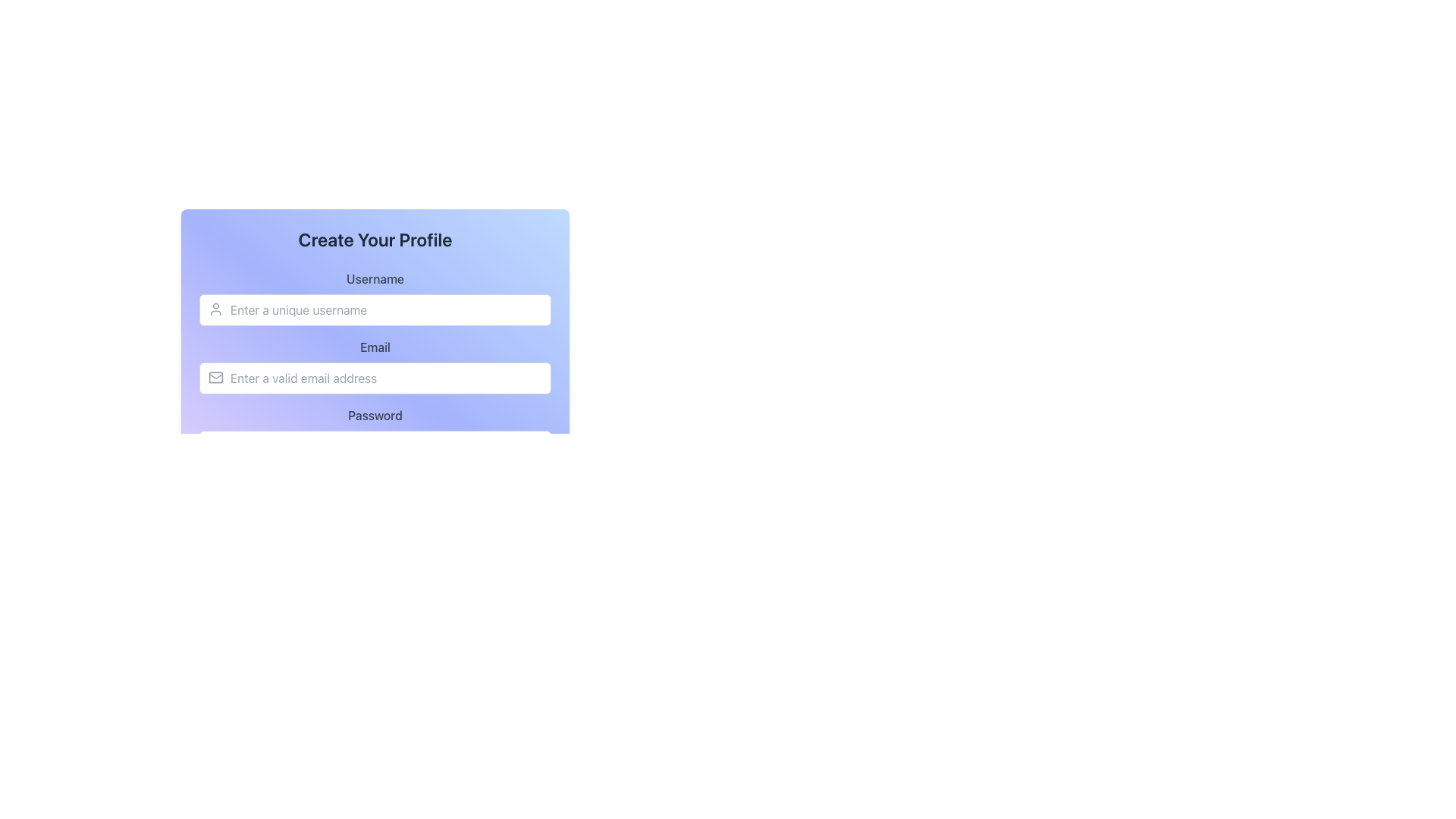 This screenshot has width=1456, height=819. I want to click on the 'Email' text label, which is styled in gray and positioned above the email input field in a profile creation form, so click(375, 347).